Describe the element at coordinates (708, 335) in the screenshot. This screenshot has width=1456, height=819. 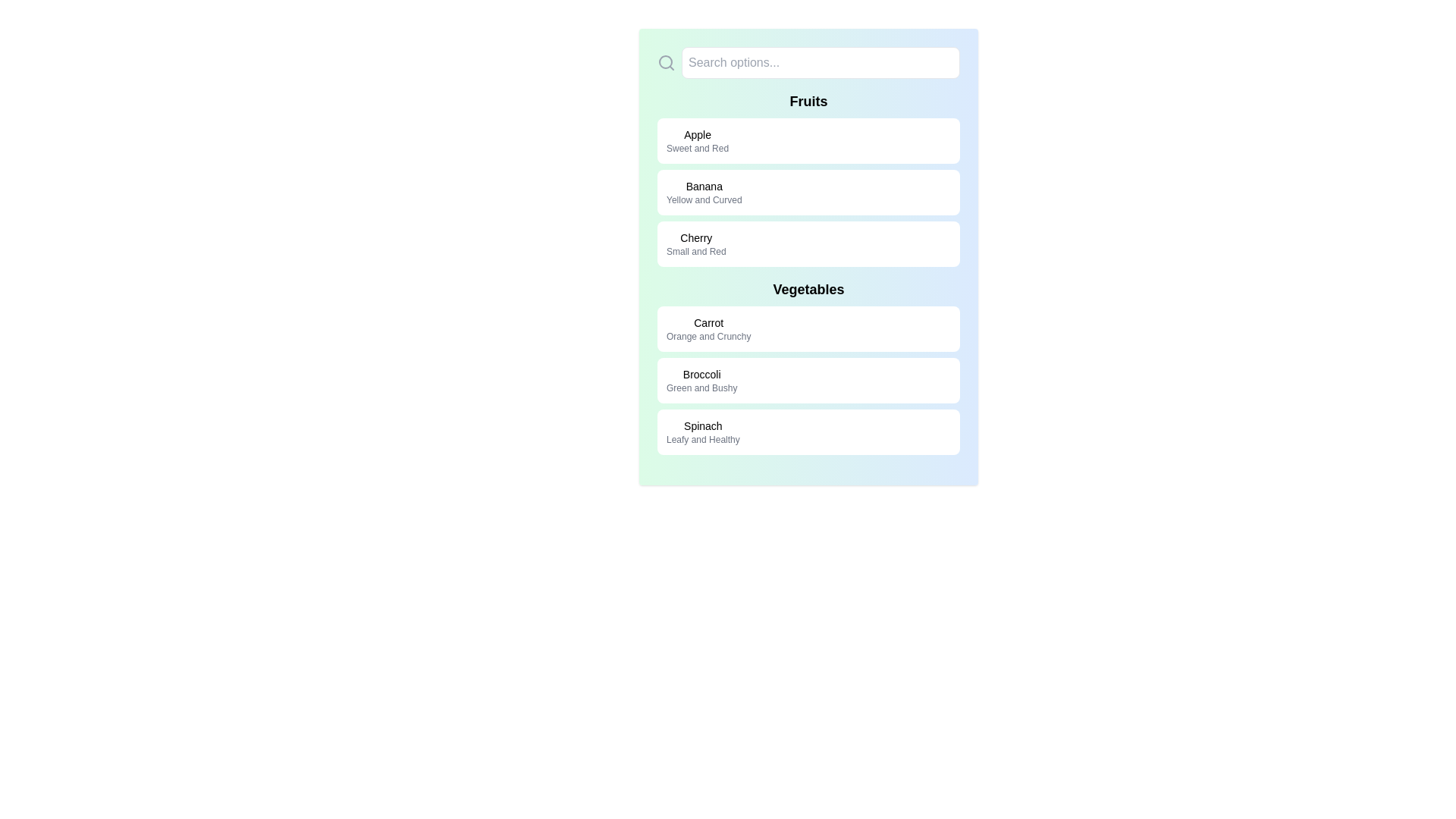
I see `the descriptive text label element located beneath the 'Carrot' title in the 'Vegetables' section` at that location.